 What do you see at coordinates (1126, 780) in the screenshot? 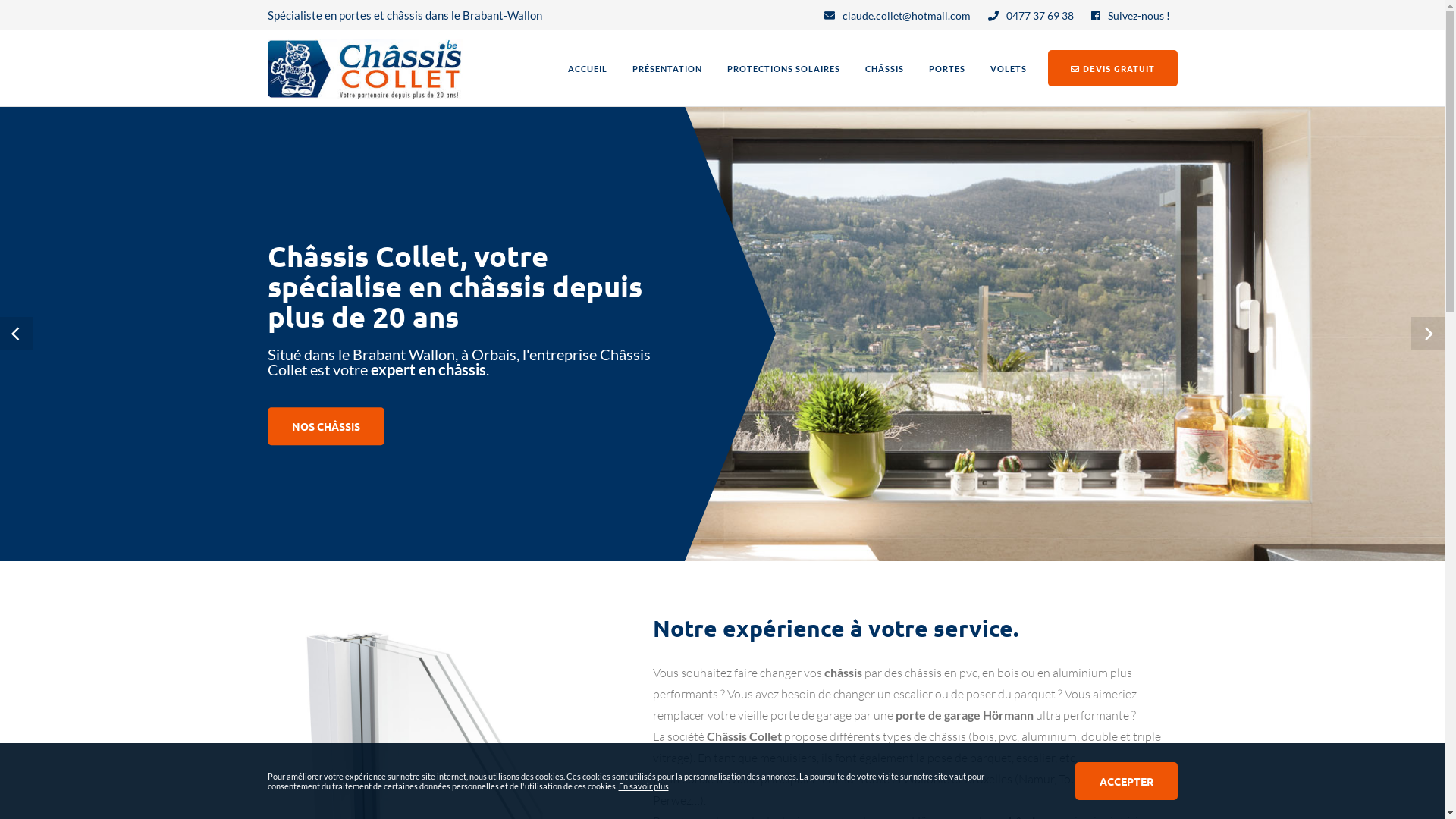
I see `'ACCEPTER'` at bounding box center [1126, 780].